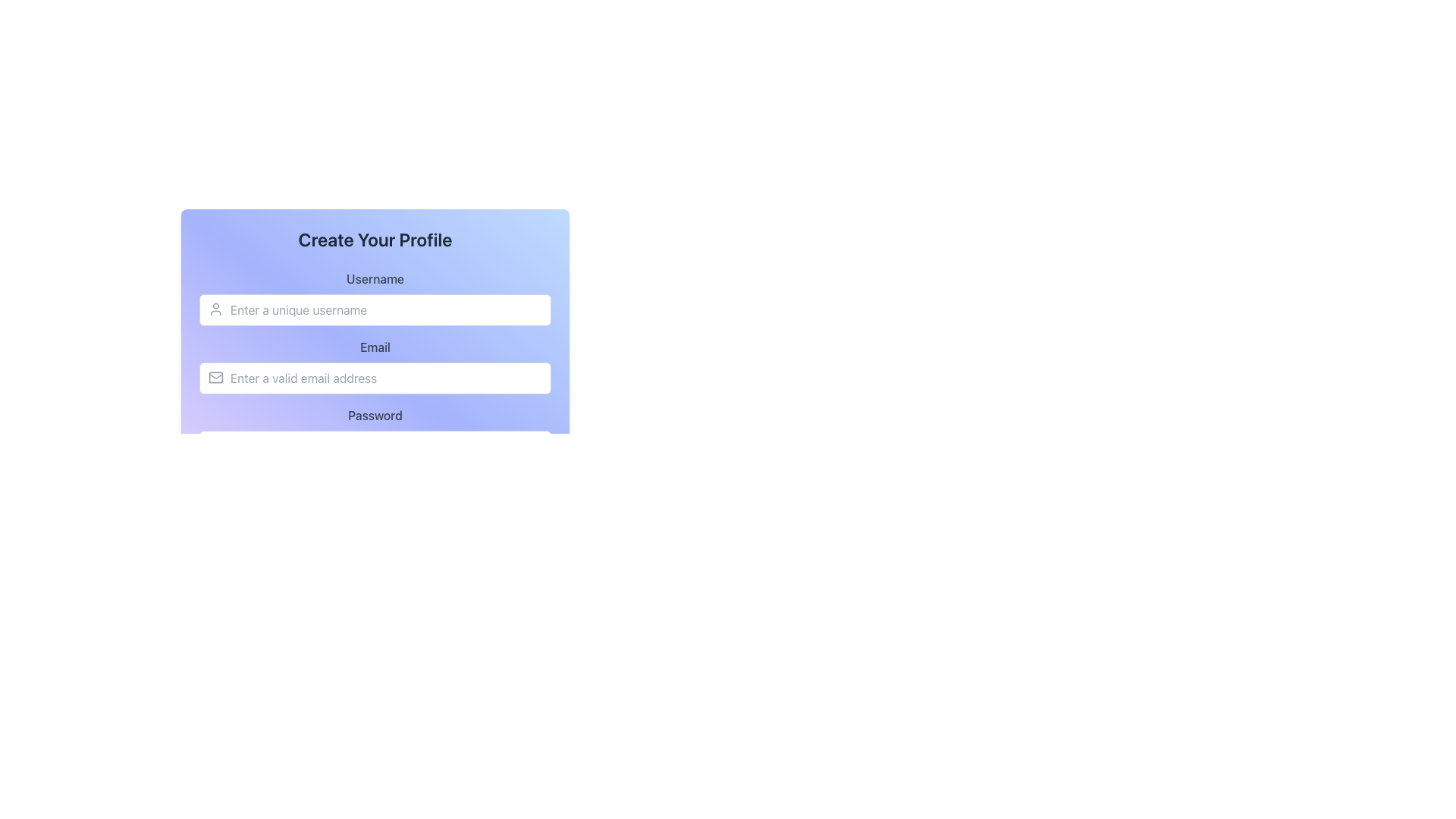  Describe the element at coordinates (375, 435) in the screenshot. I see `the 'Password' label` at that location.